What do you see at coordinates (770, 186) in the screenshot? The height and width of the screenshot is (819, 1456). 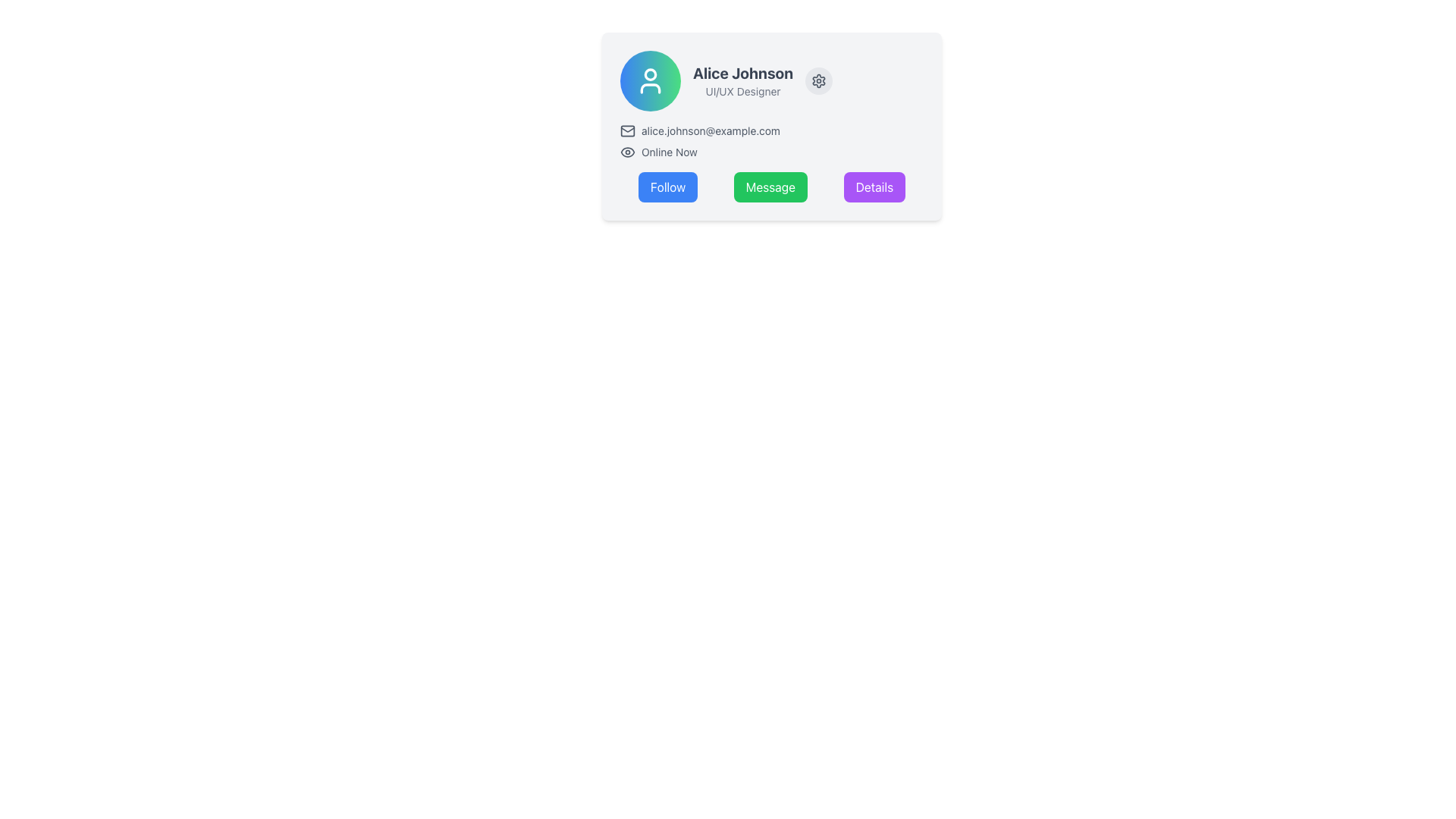 I see `the green 'Message' button with rounded corners` at bounding box center [770, 186].